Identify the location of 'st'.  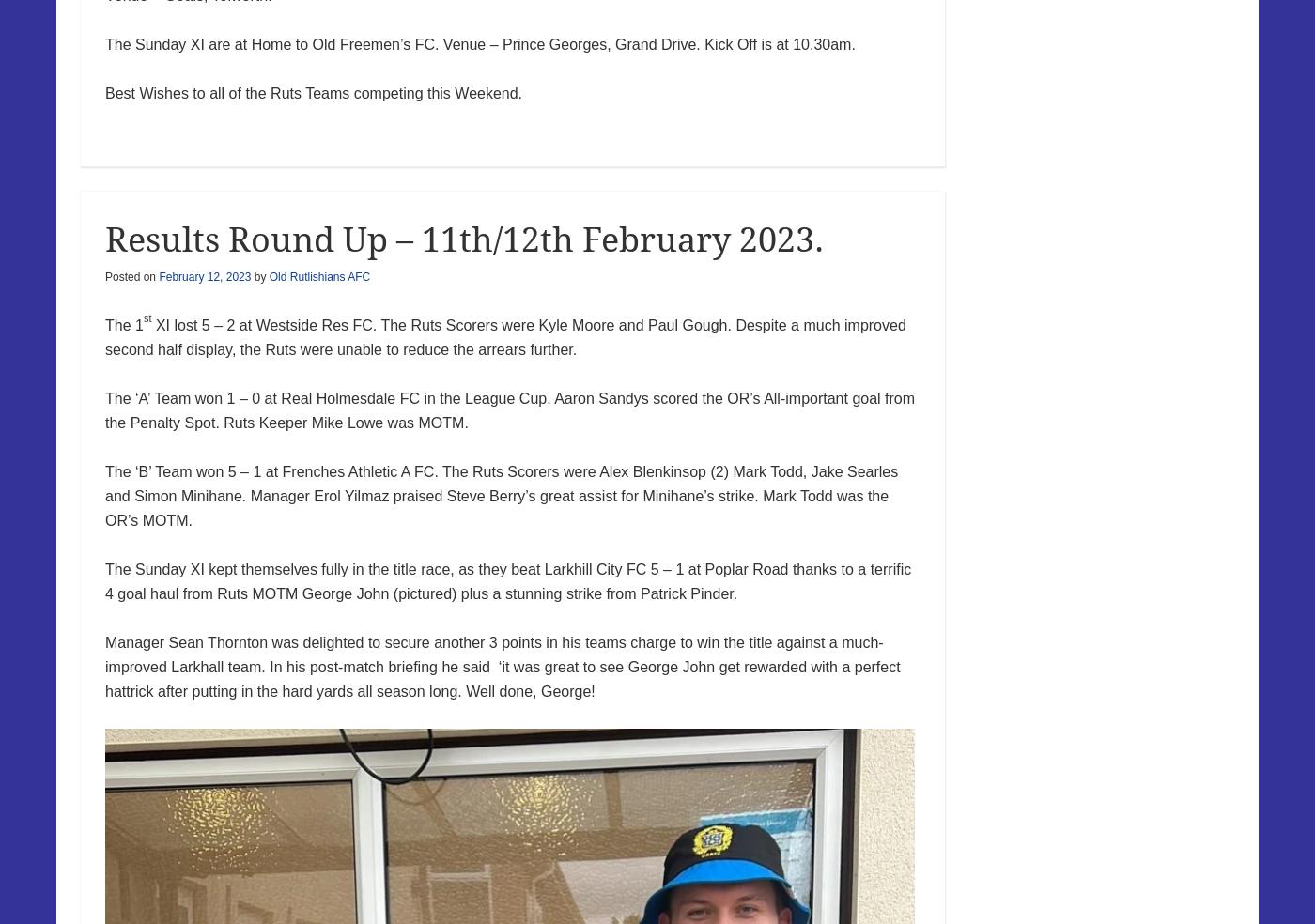
(147, 316).